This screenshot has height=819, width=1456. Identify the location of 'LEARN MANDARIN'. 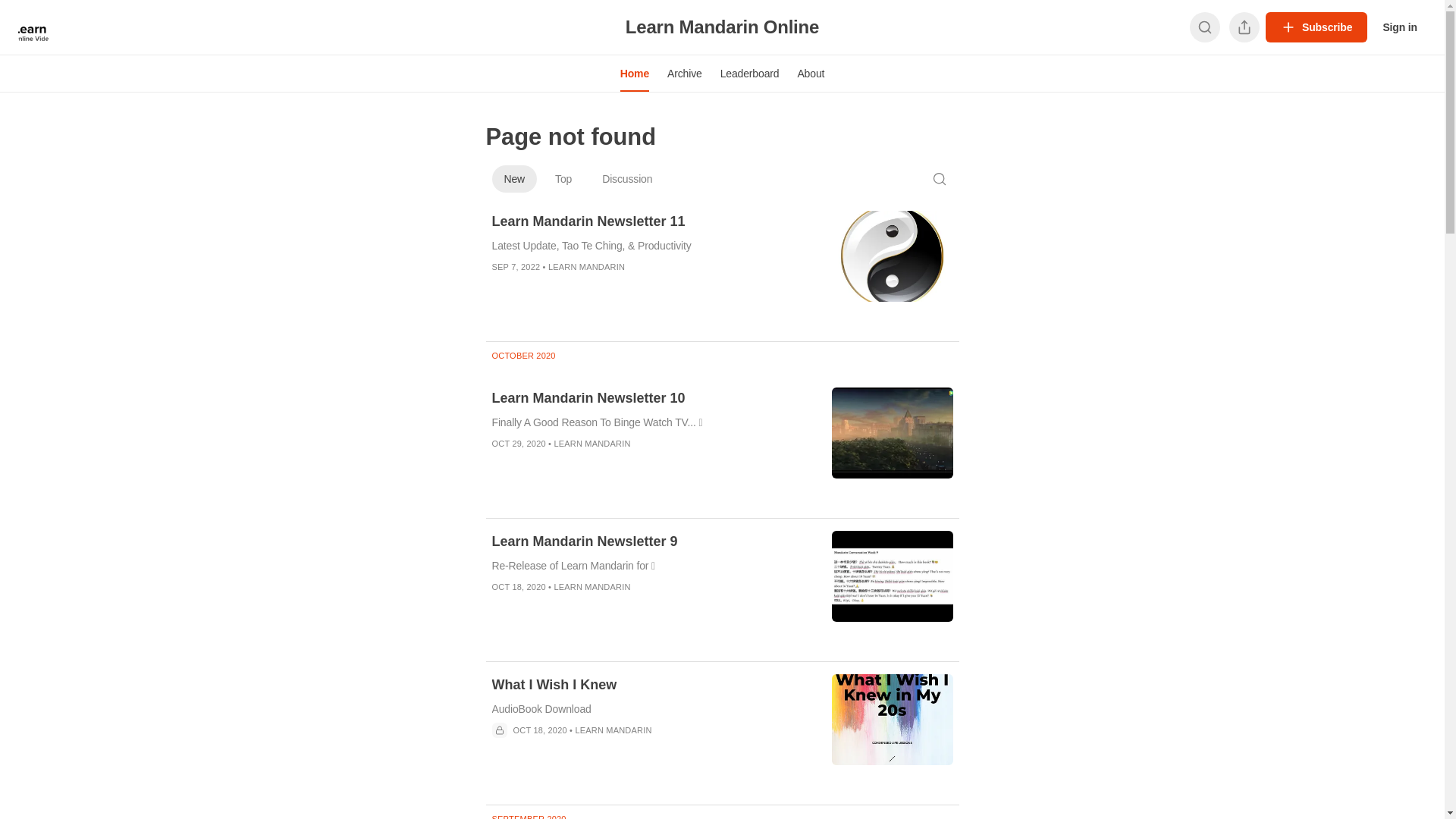
(613, 730).